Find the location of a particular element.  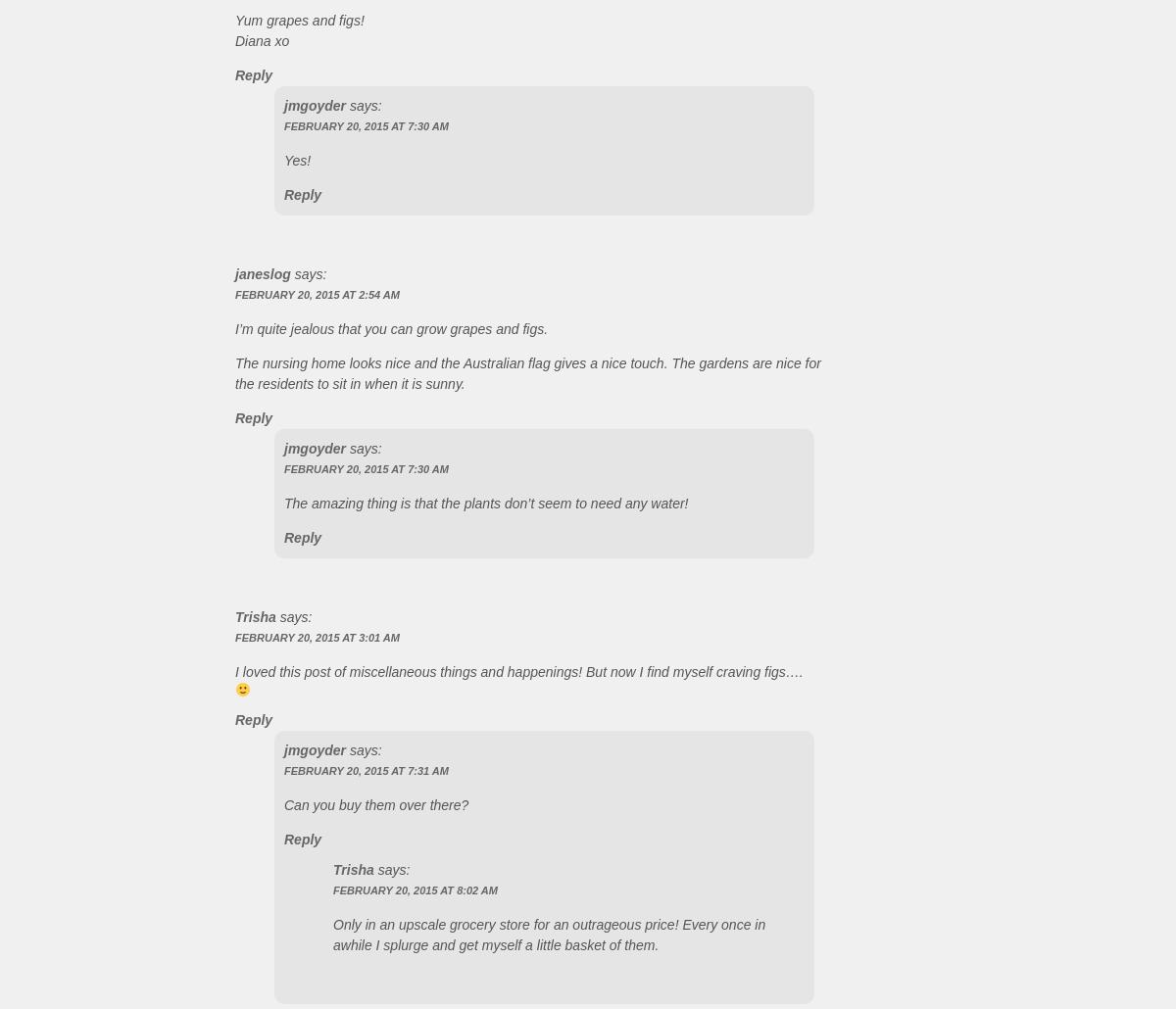

'February 20, 2015 at 3:01 AM' is located at coordinates (317, 636).